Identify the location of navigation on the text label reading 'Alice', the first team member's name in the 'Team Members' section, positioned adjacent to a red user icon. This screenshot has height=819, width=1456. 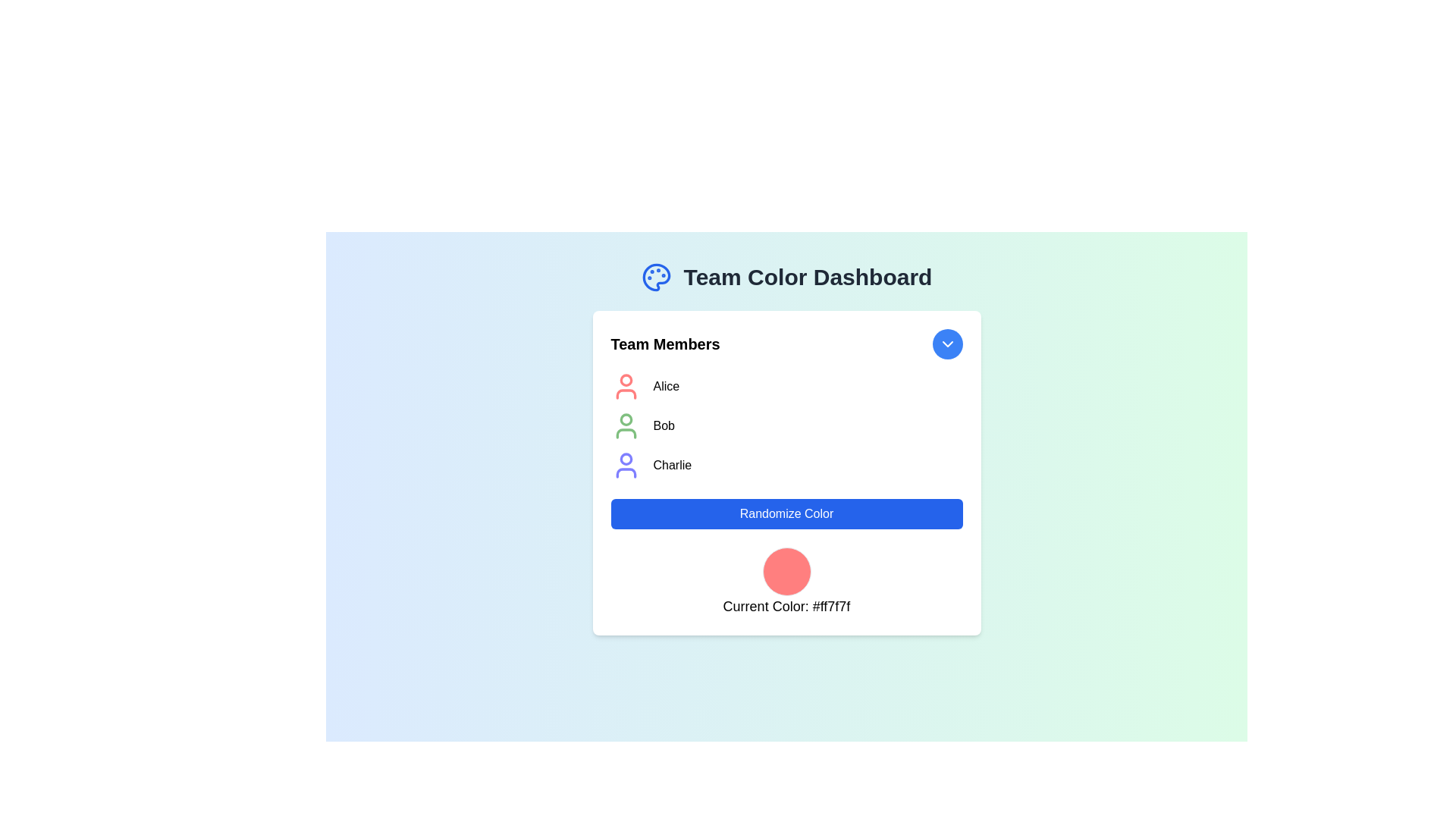
(666, 385).